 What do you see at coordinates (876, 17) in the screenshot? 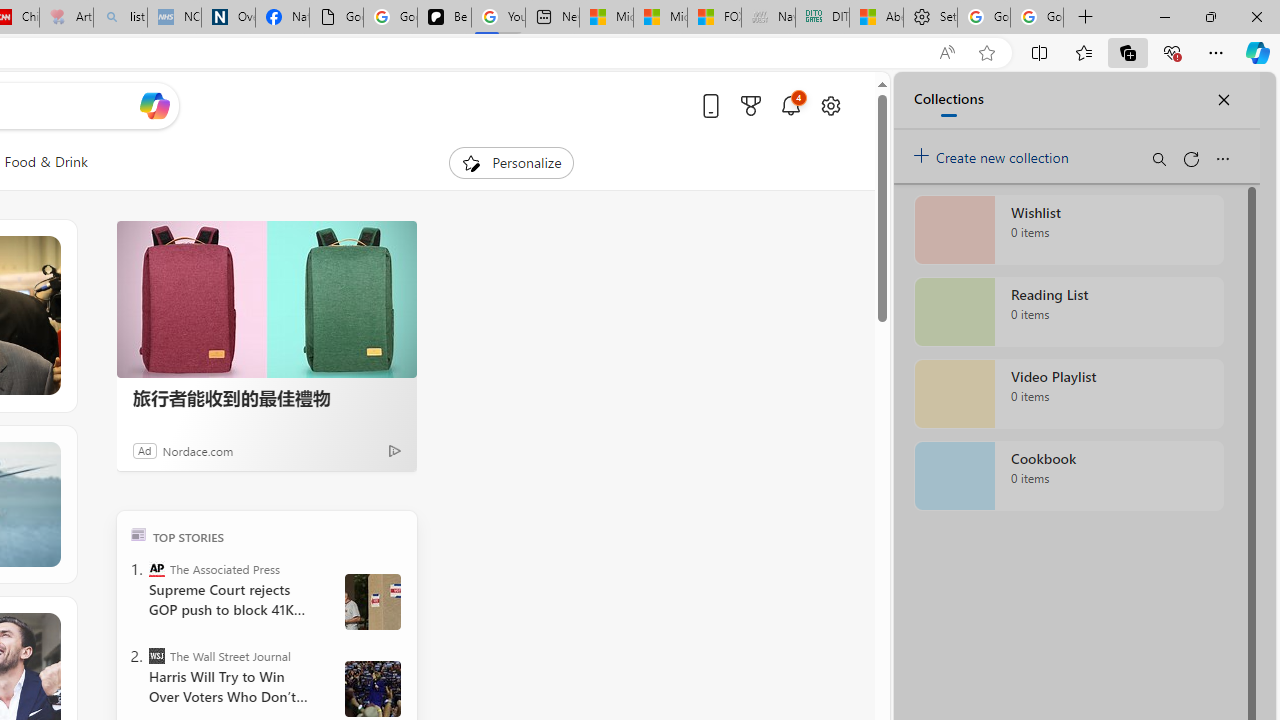
I see `'Aberdeen, Hong Kong SAR hourly forecast | Microsoft Weather'` at bounding box center [876, 17].